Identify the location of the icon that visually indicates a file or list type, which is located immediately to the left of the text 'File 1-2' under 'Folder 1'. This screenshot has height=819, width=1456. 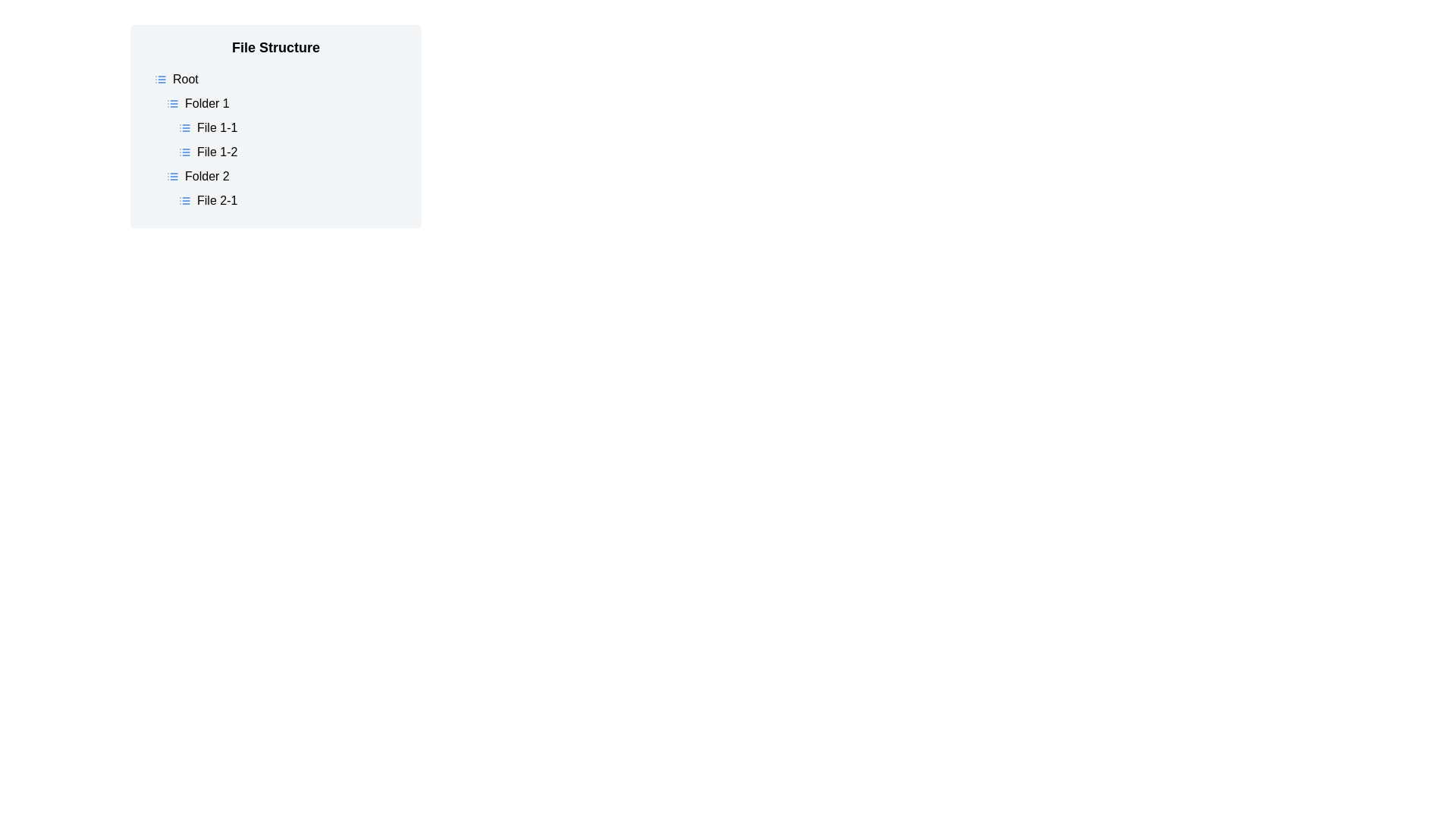
(184, 152).